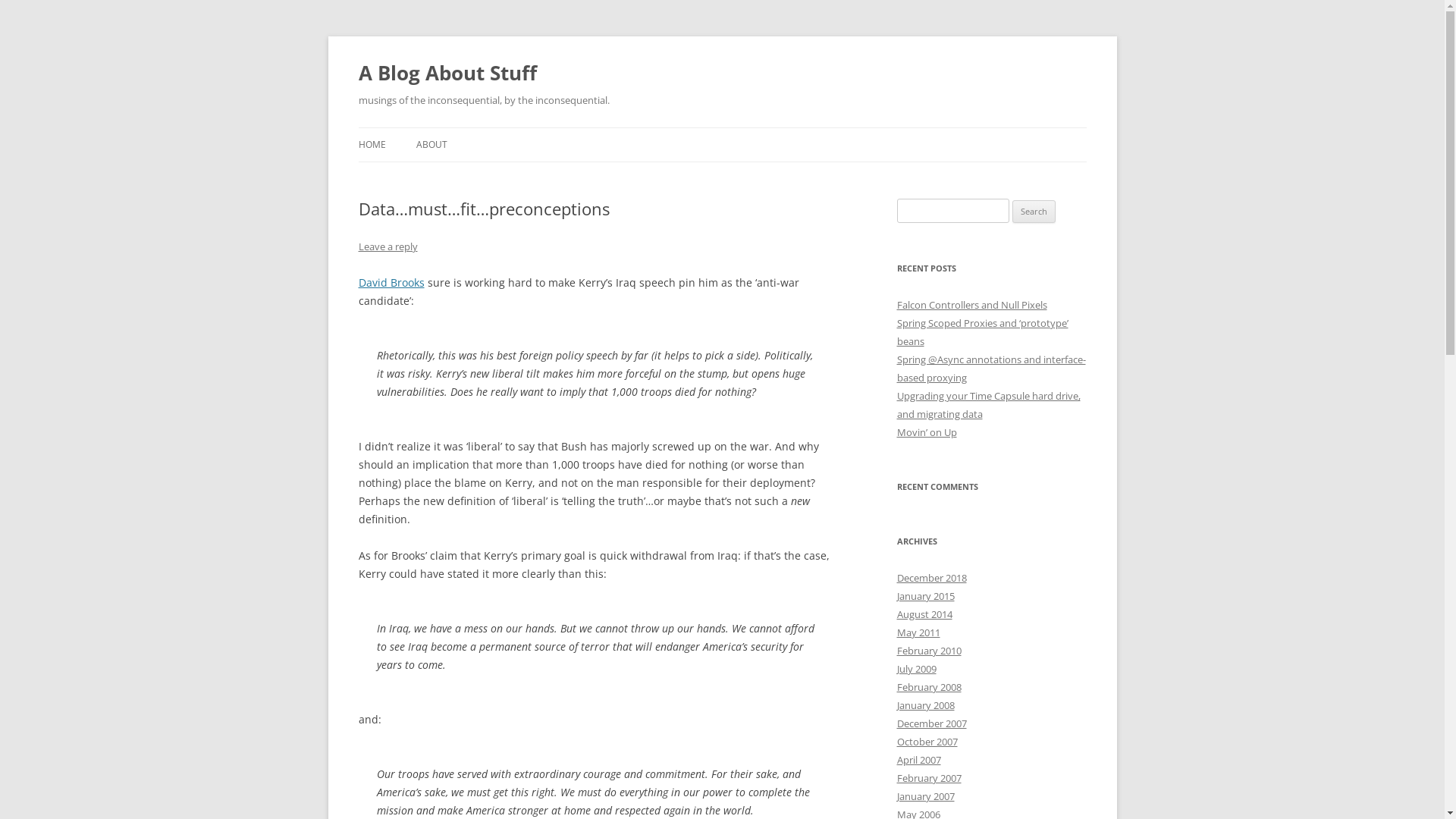  What do you see at coordinates (987, 403) in the screenshot?
I see `'Upgrading your Time Capsule hard drive, and migrating data'` at bounding box center [987, 403].